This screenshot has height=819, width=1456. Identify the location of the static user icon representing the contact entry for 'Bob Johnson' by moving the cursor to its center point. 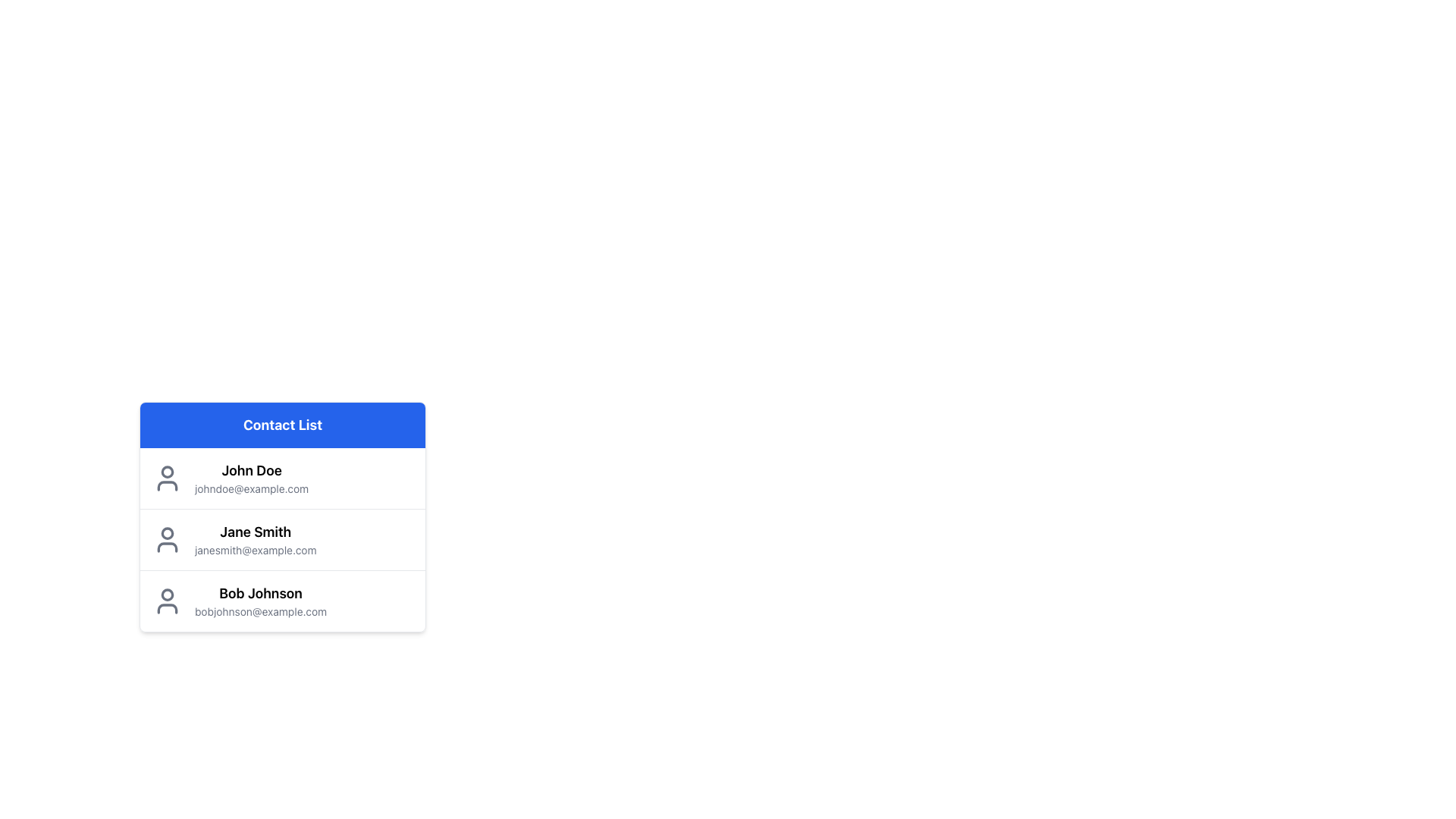
(167, 601).